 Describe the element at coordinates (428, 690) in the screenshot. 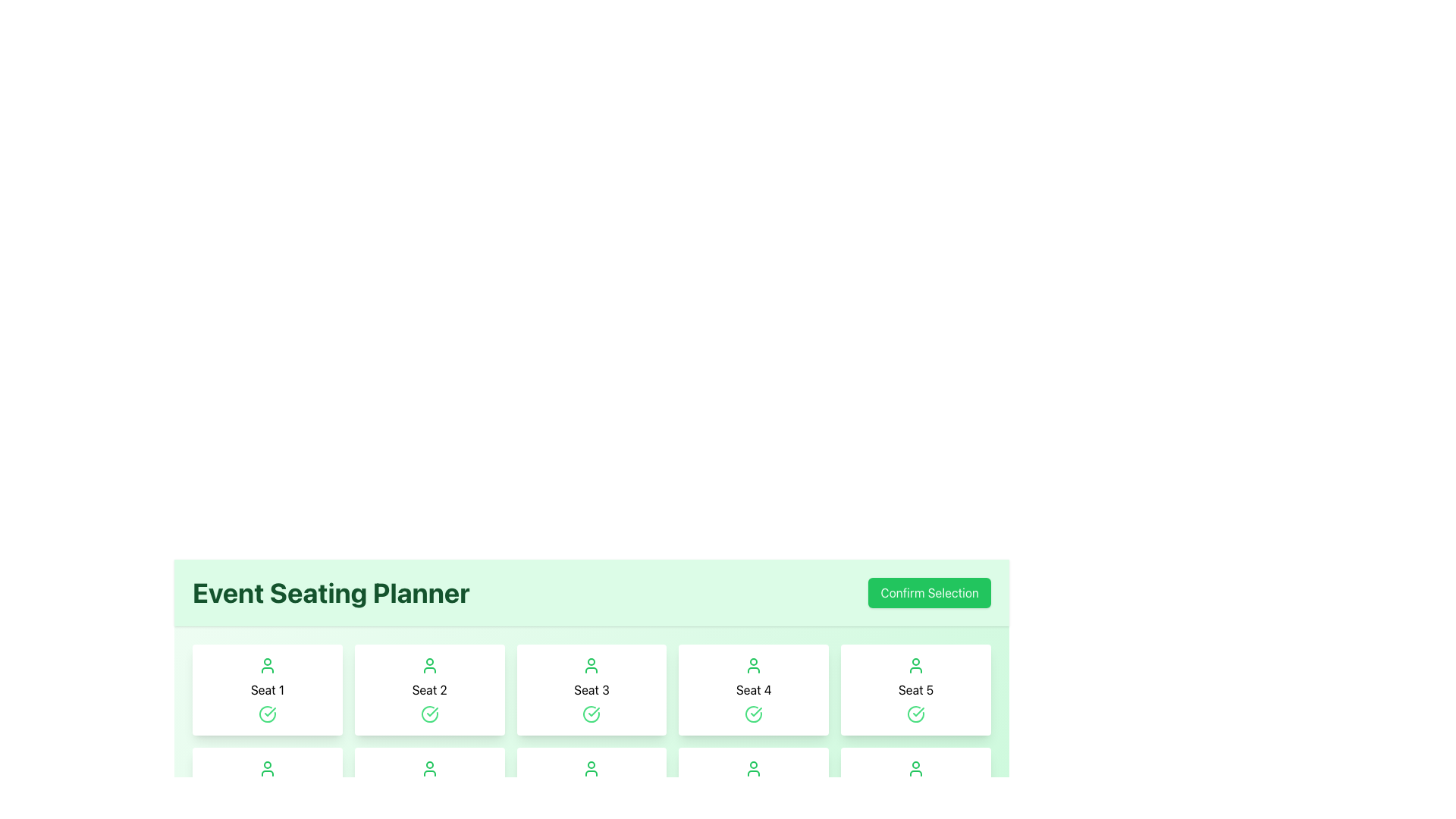

I see `the Text Label that describes the seat number in the Event Seating Planner interface, located between the cards labeled 'Seat 1' and 'Seat 3'` at that location.